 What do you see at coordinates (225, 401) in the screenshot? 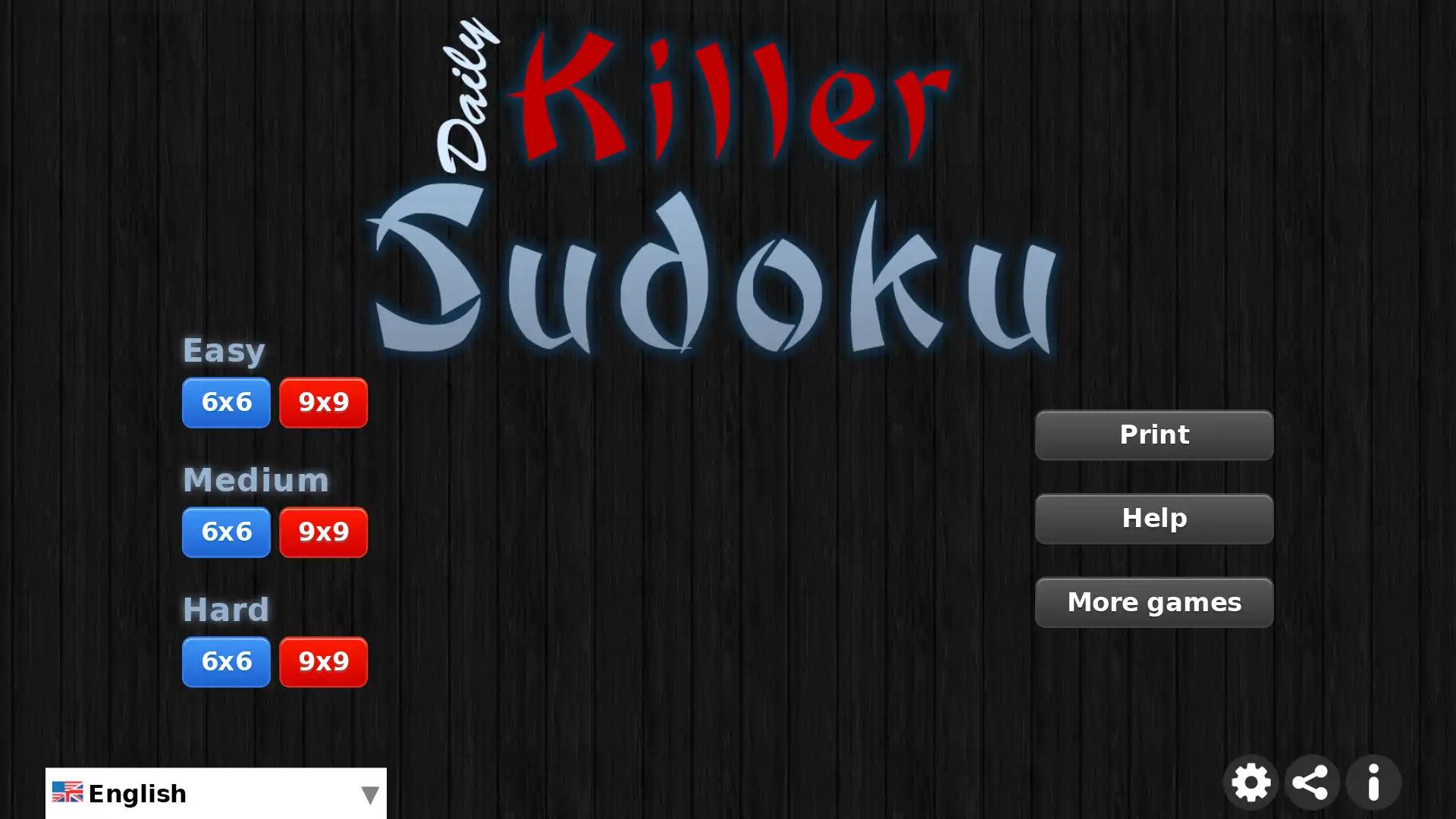
I see `6x6` at bounding box center [225, 401].